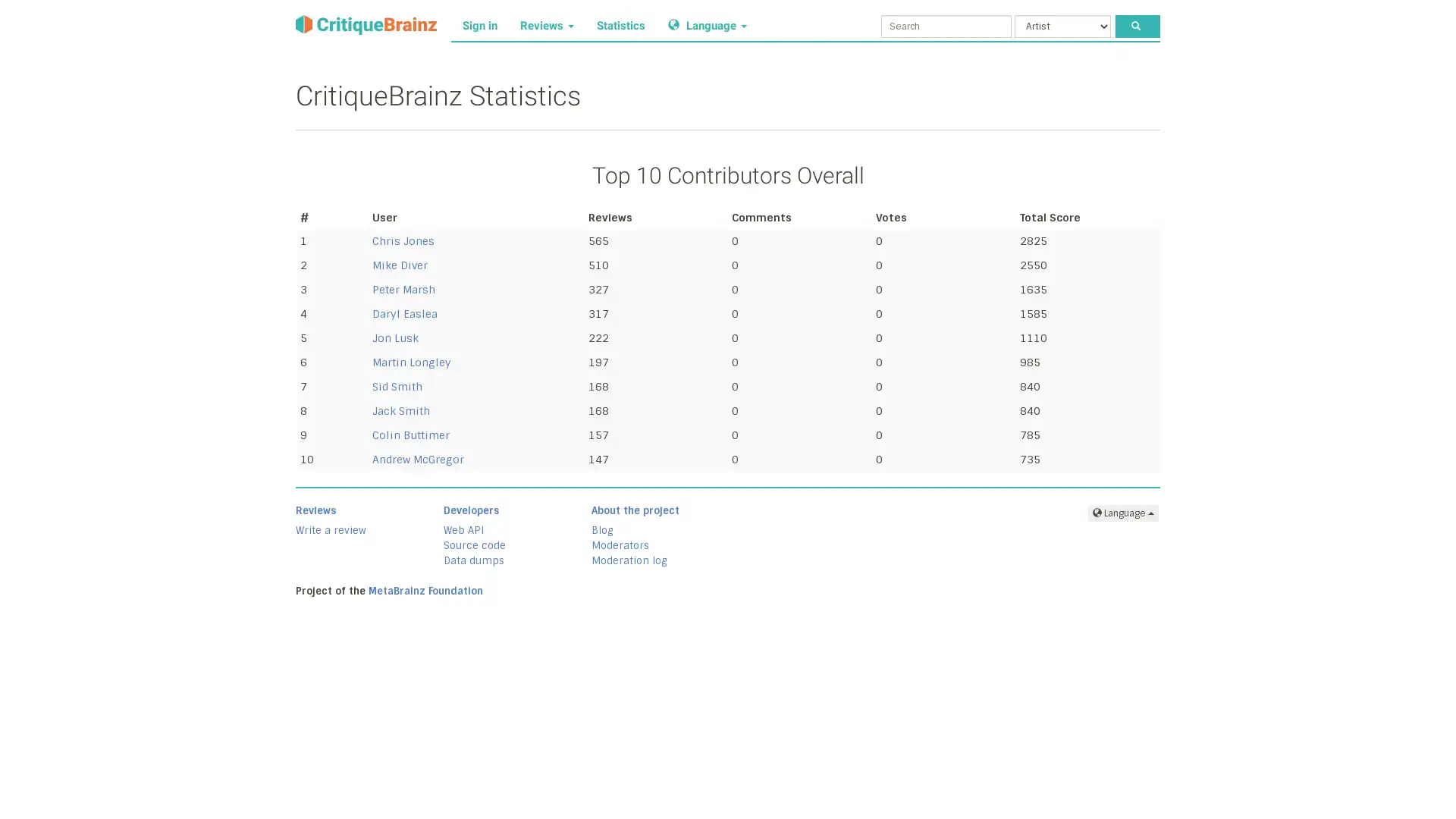 The image size is (1456, 819). I want to click on Language, so click(1123, 512).